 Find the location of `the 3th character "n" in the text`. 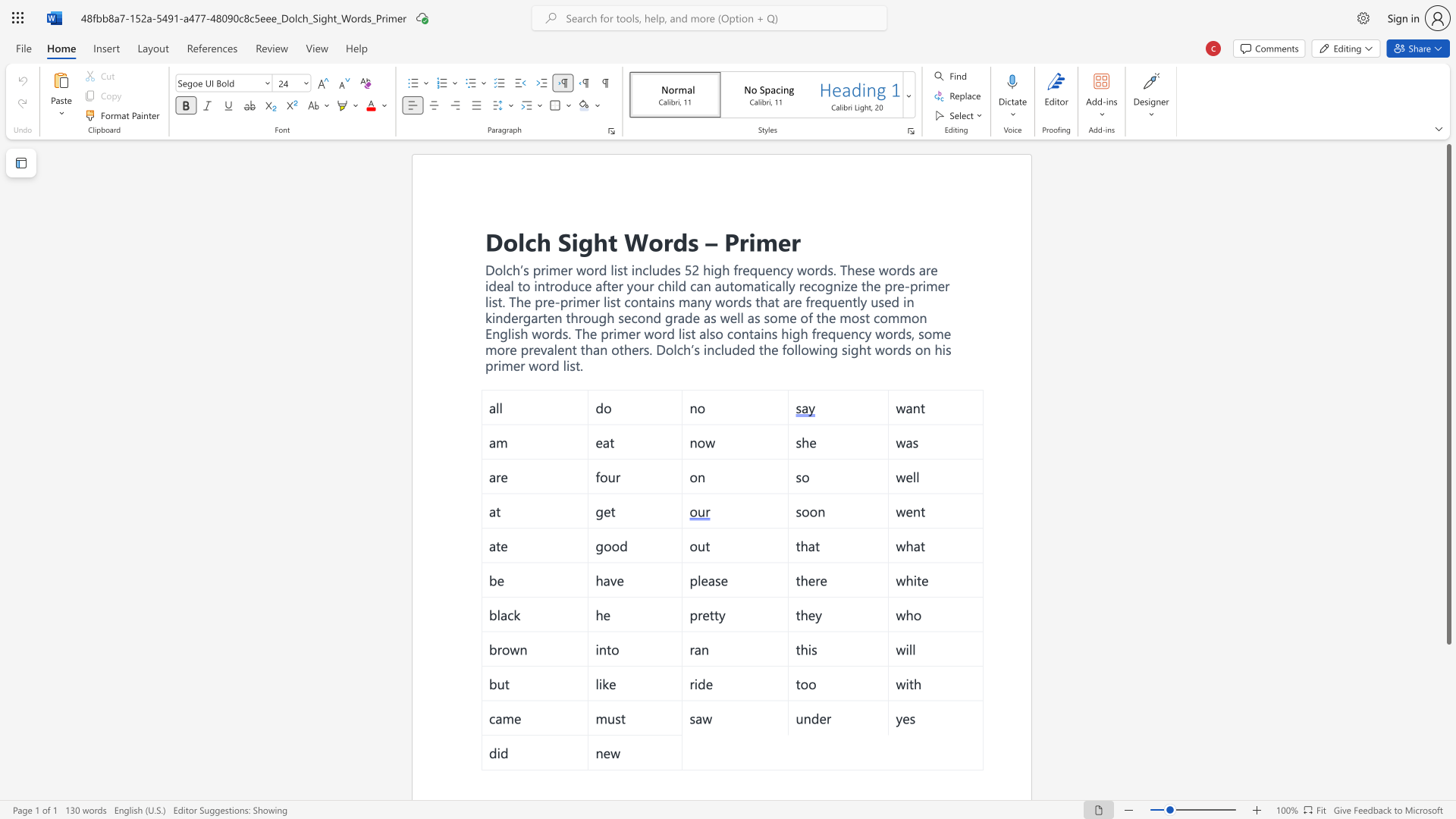

the 3th character "n" in the text is located at coordinates (541, 285).